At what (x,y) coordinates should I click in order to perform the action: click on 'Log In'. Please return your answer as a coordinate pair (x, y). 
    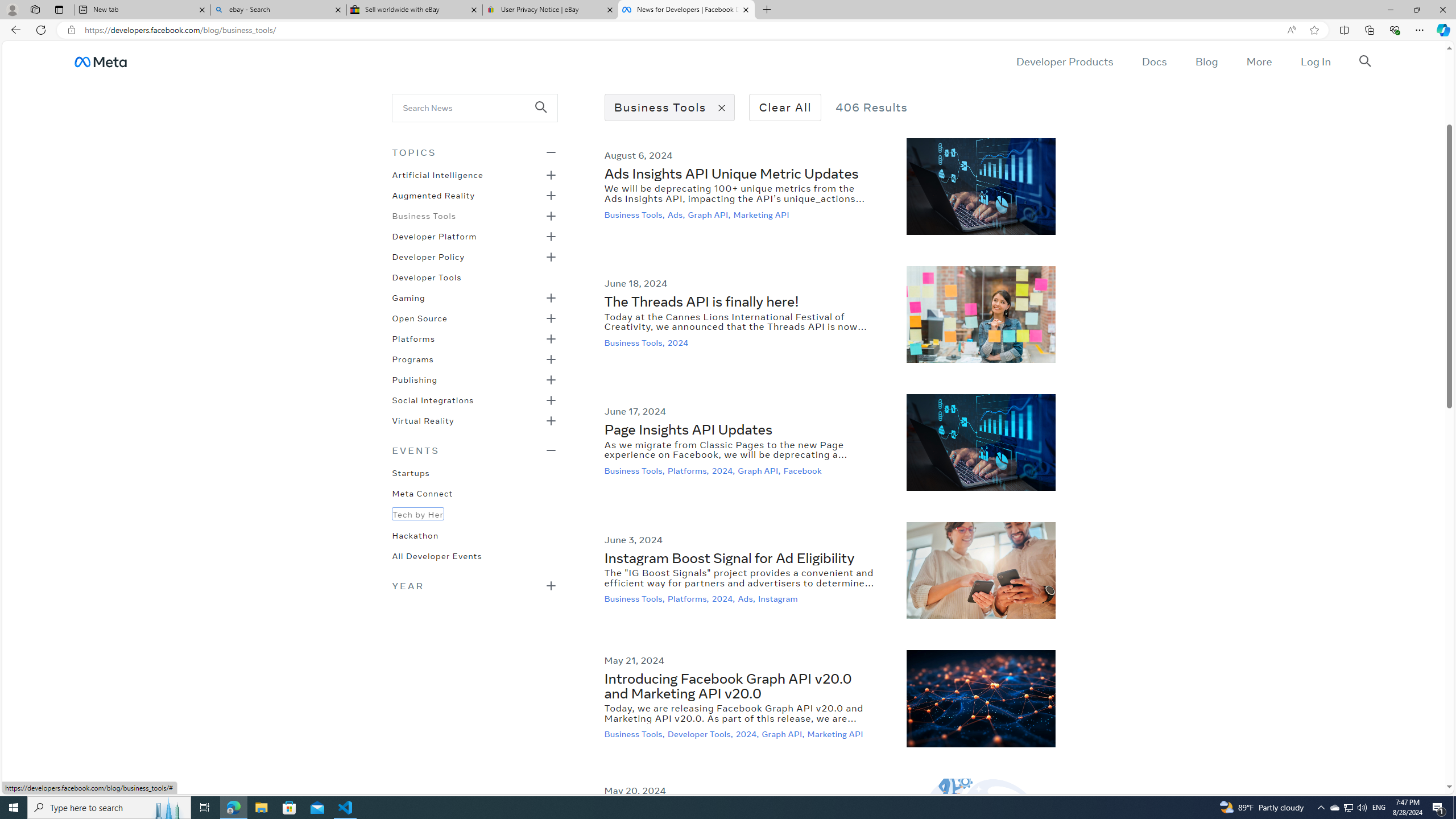
    Looking at the image, I should click on (1314, 61).